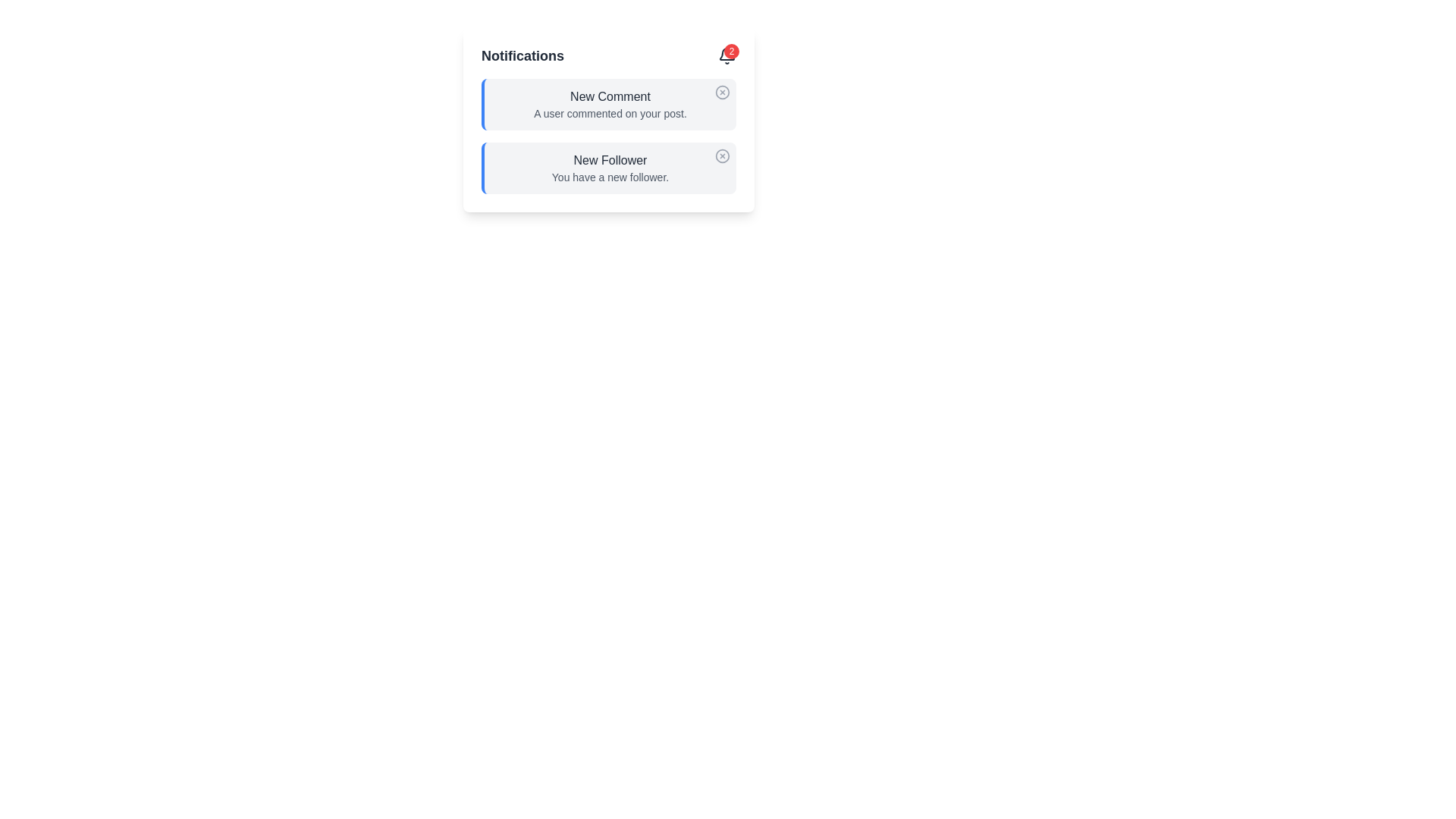 This screenshot has width=1456, height=819. Describe the element at coordinates (610, 177) in the screenshot. I see `the static text element that provides information about a new follower notification, located beneath the title 'New Follower' in the notifications panel` at that location.